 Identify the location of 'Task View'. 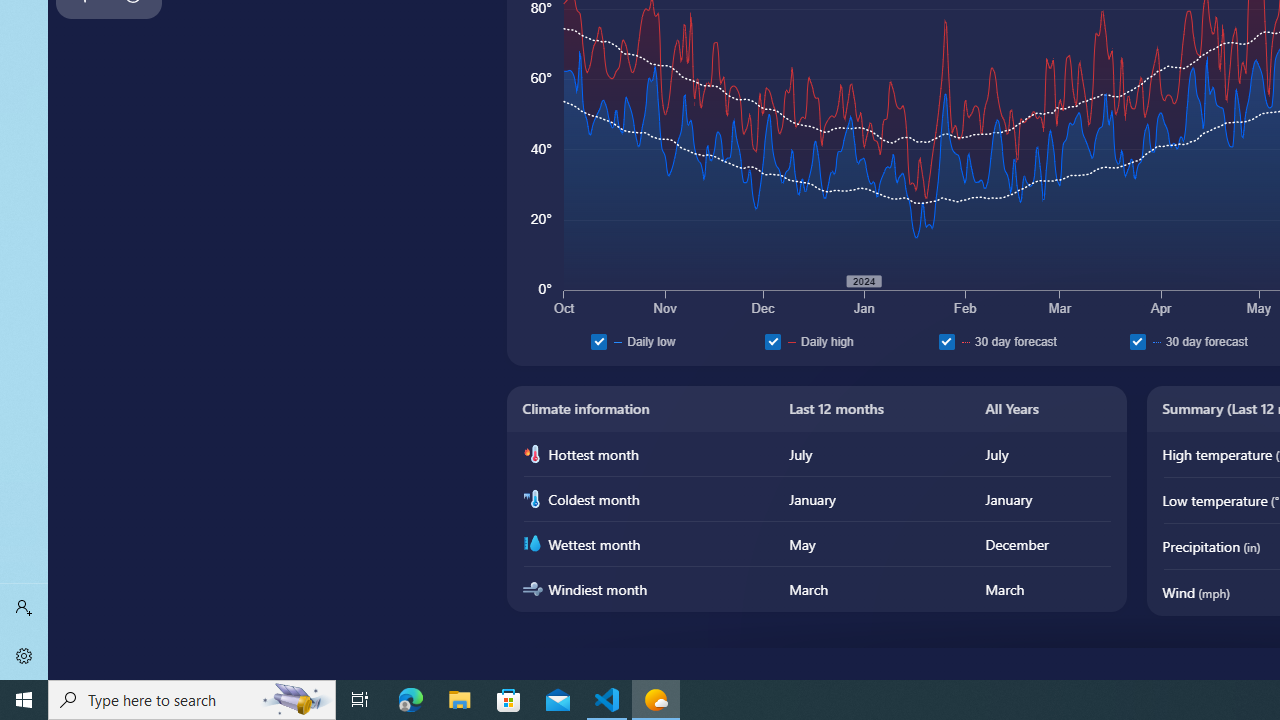
(359, 698).